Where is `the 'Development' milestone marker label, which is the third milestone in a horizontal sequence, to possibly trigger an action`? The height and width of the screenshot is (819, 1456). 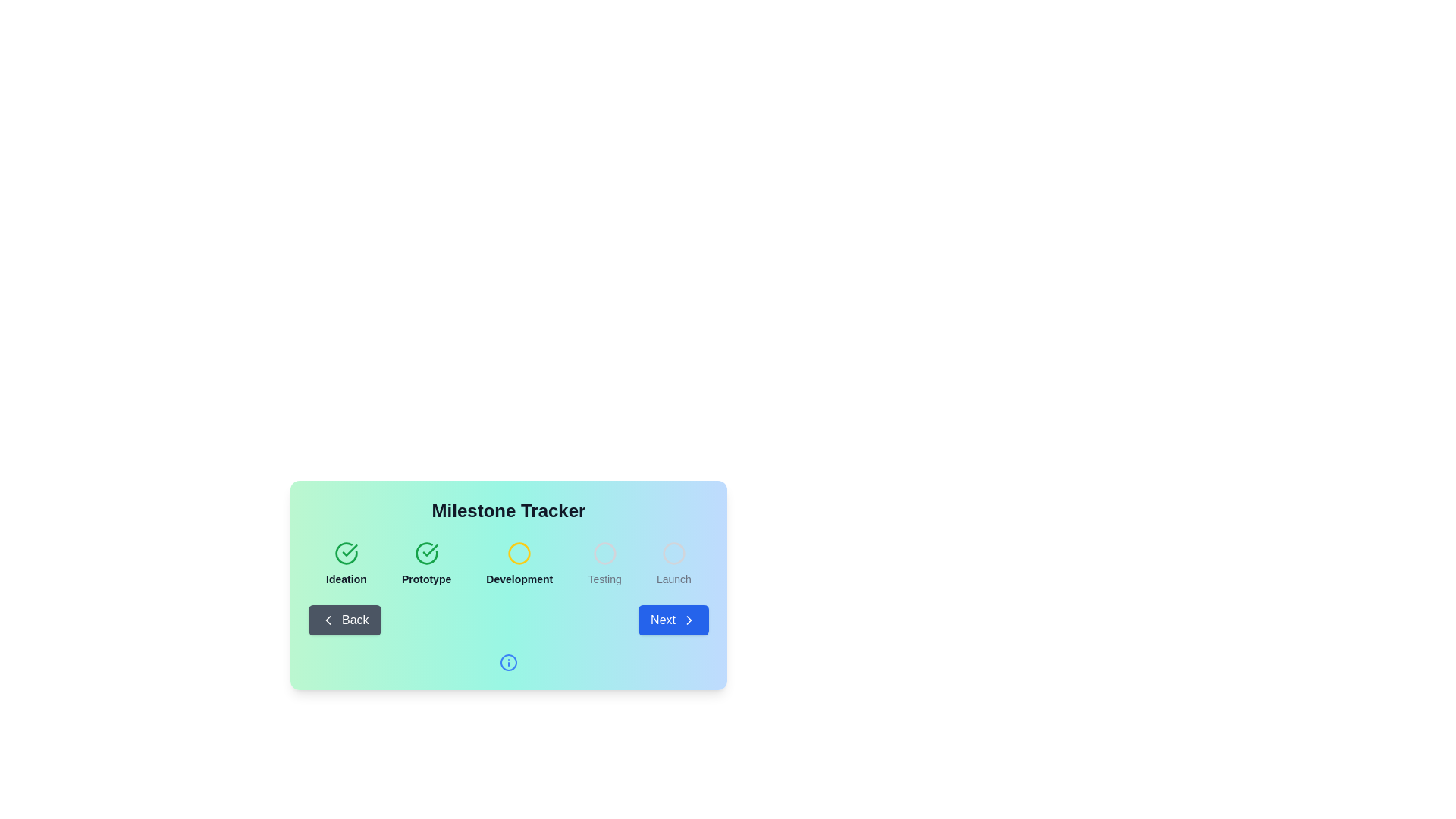 the 'Development' milestone marker label, which is the third milestone in a horizontal sequence, to possibly trigger an action is located at coordinates (519, 564).